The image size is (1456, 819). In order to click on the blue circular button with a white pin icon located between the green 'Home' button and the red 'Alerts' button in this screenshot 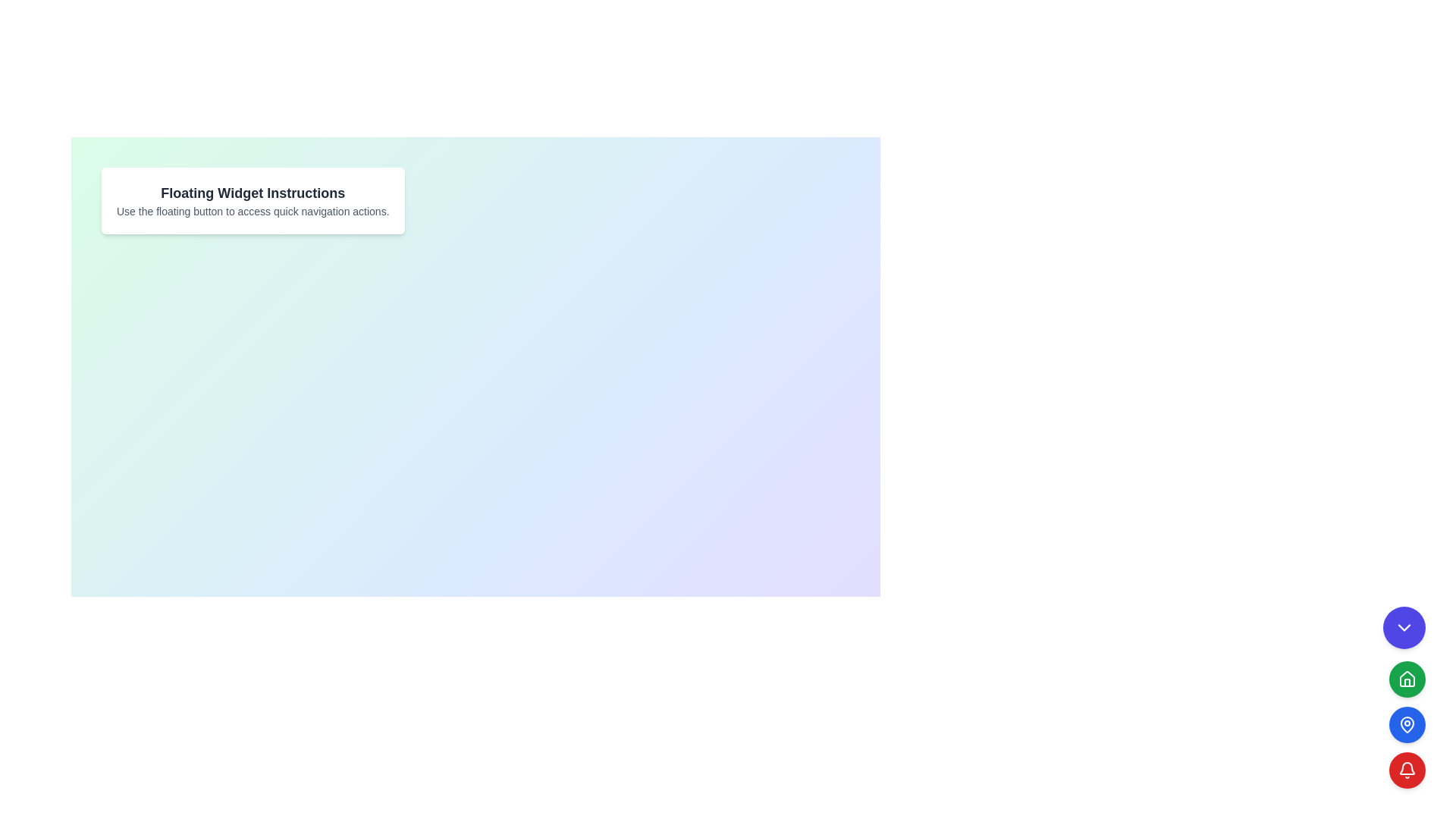, I will do `click(1404, 724)`.